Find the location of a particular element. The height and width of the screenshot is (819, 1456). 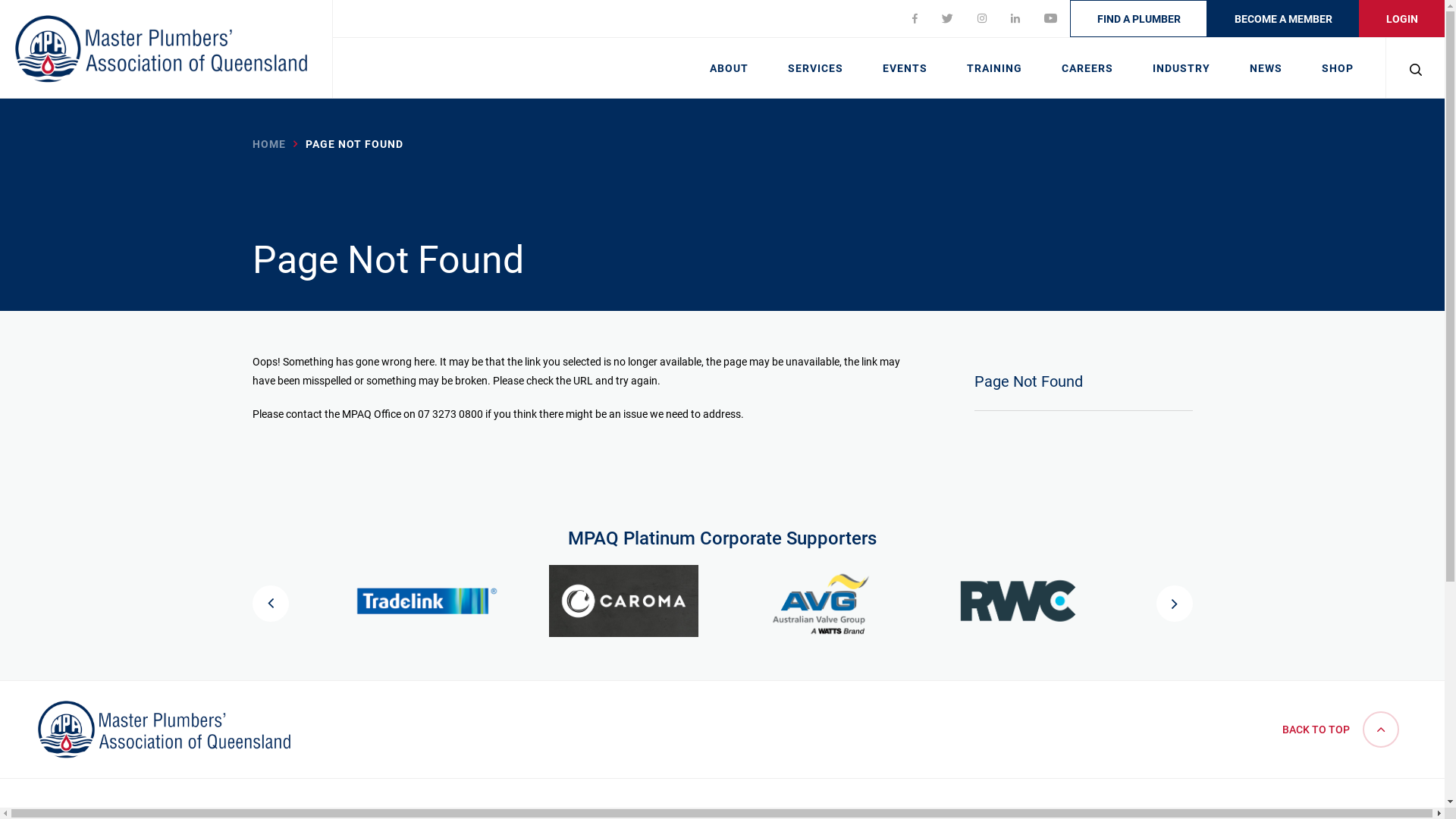

'CAROMA - Platinum Corporate Supporter' is located at coordinates (548, 600).